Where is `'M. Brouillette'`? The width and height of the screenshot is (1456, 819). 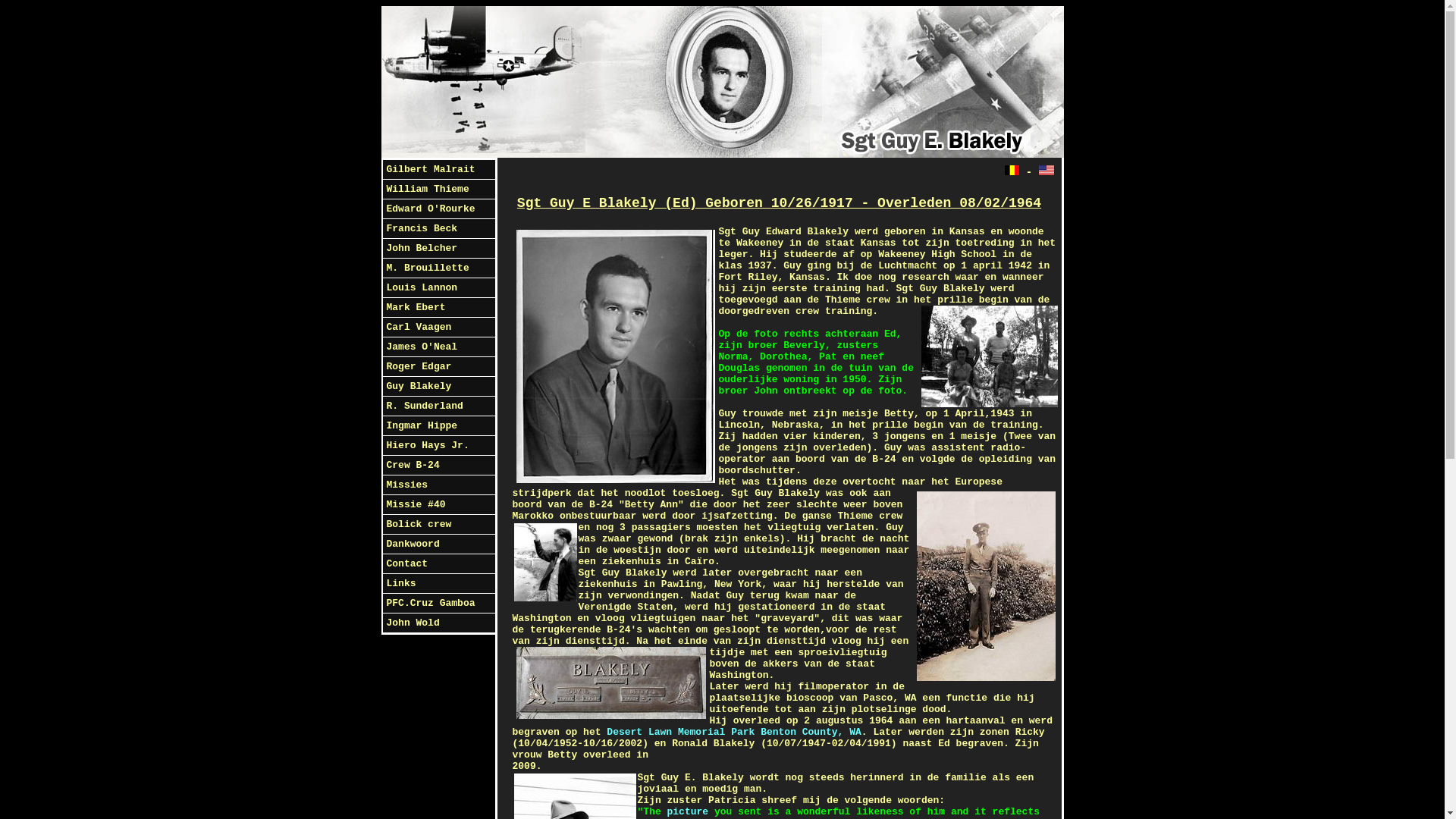
'M. Brouillette' is located at coordinates (382, 268).